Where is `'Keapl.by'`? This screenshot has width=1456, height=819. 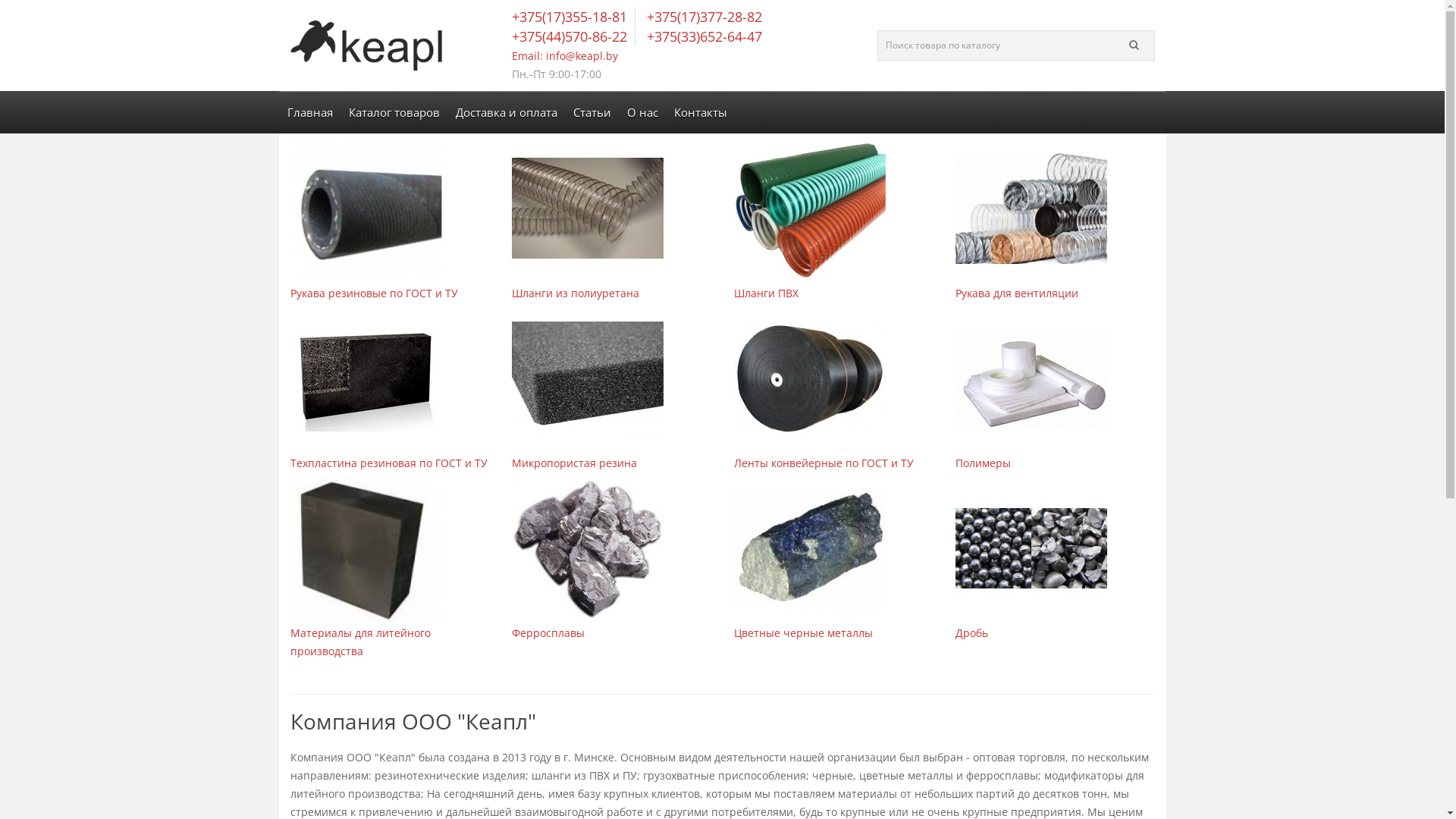 'Keapl.by' is located at coordinates (365, 45).